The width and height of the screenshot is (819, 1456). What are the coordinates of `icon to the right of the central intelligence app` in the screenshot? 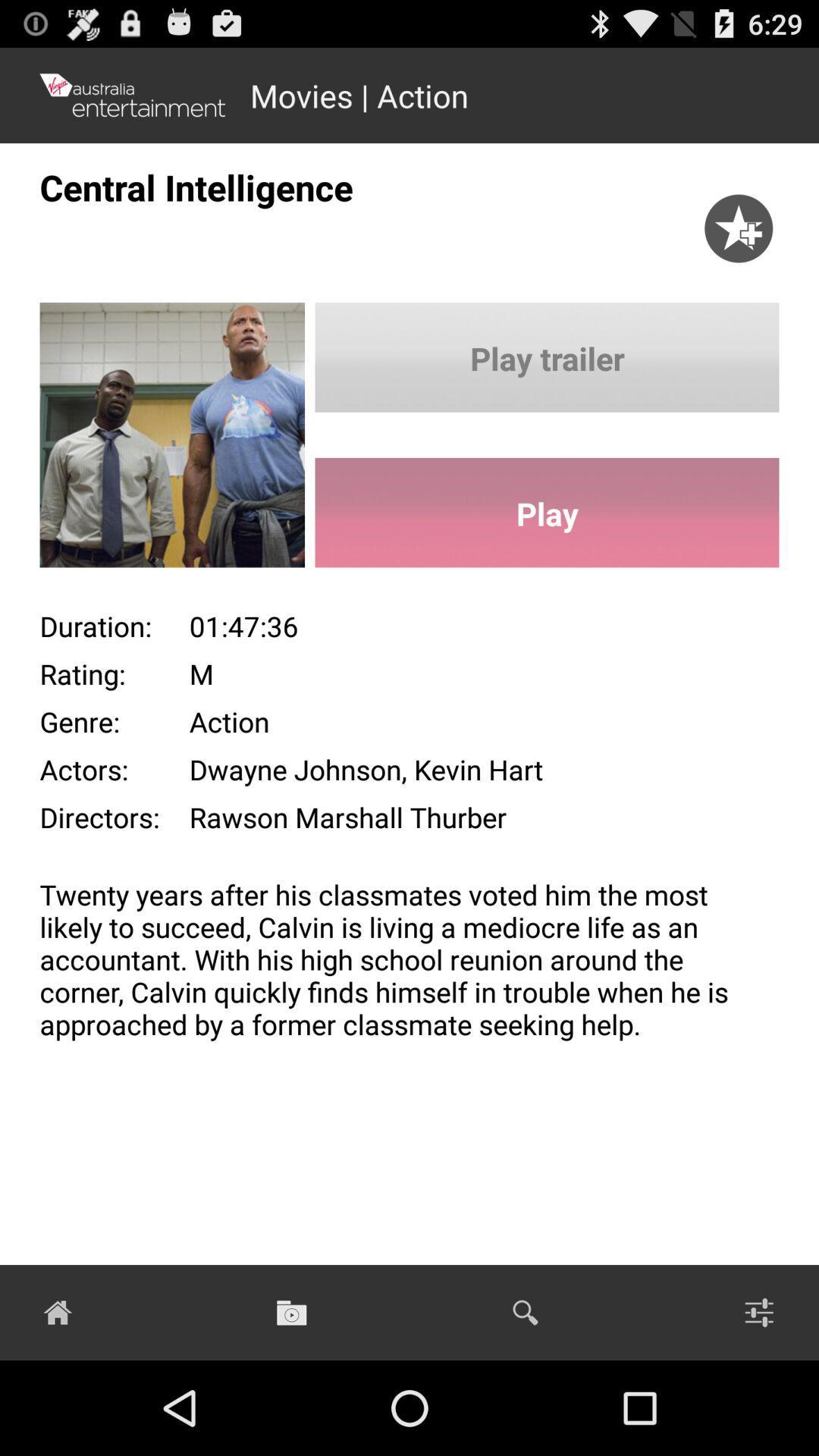 It's located at (738, 212).